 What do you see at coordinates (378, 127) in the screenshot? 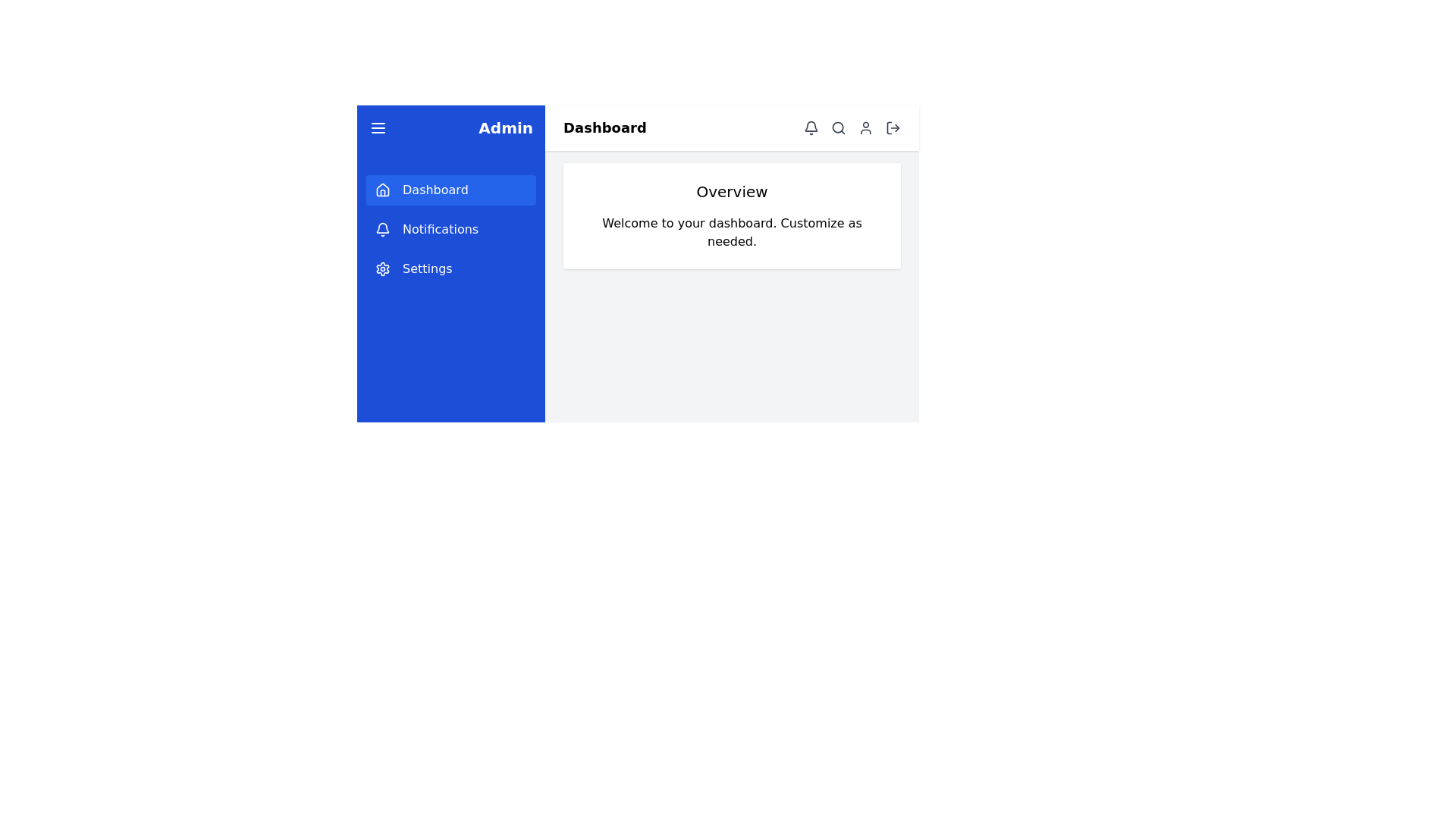
I see `the button located on the far left side of the header section` at bounding box center [378, 127].